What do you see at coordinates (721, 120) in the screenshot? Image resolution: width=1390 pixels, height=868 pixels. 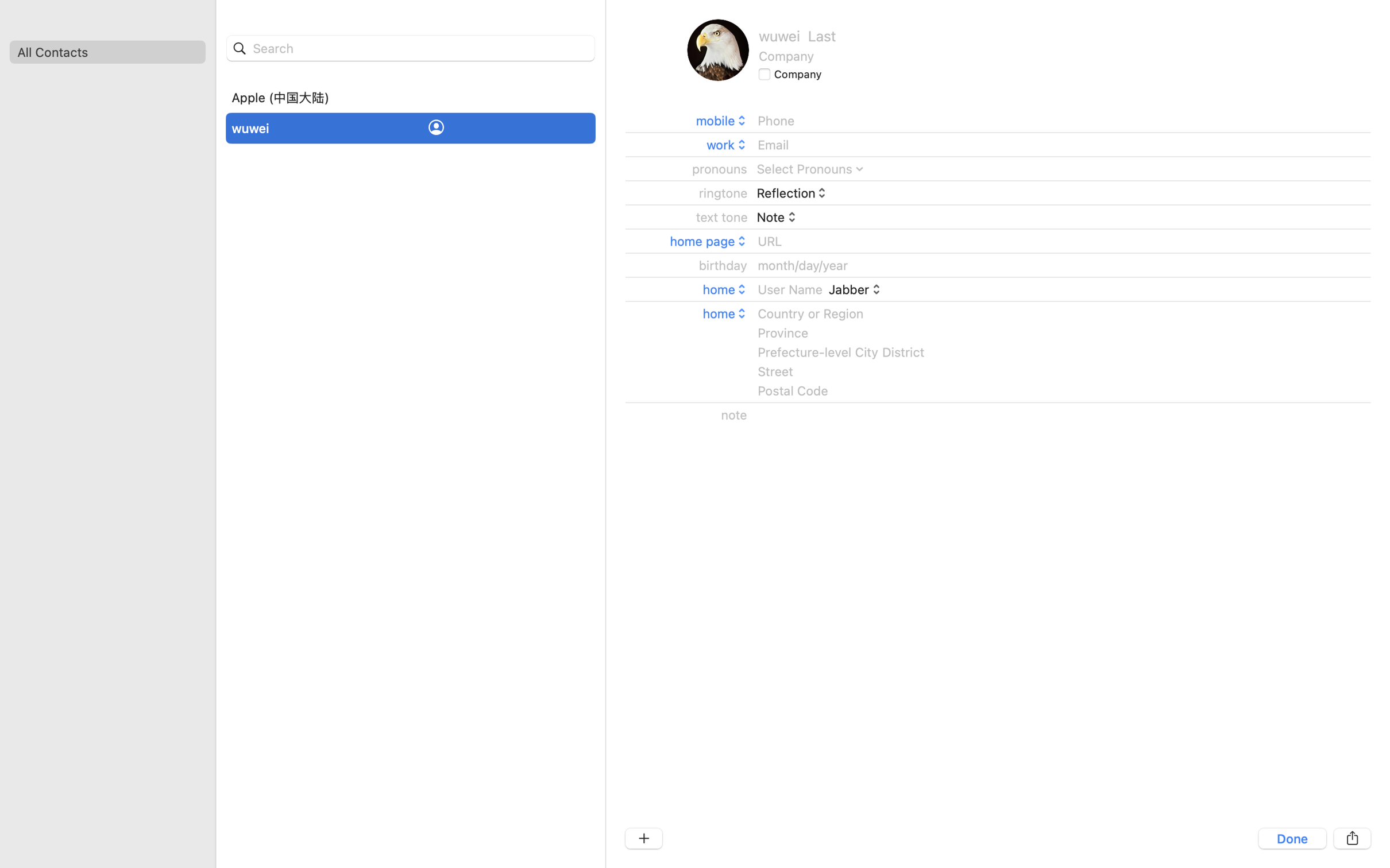 I see `'mobile'` at bounding box center [721, 120].